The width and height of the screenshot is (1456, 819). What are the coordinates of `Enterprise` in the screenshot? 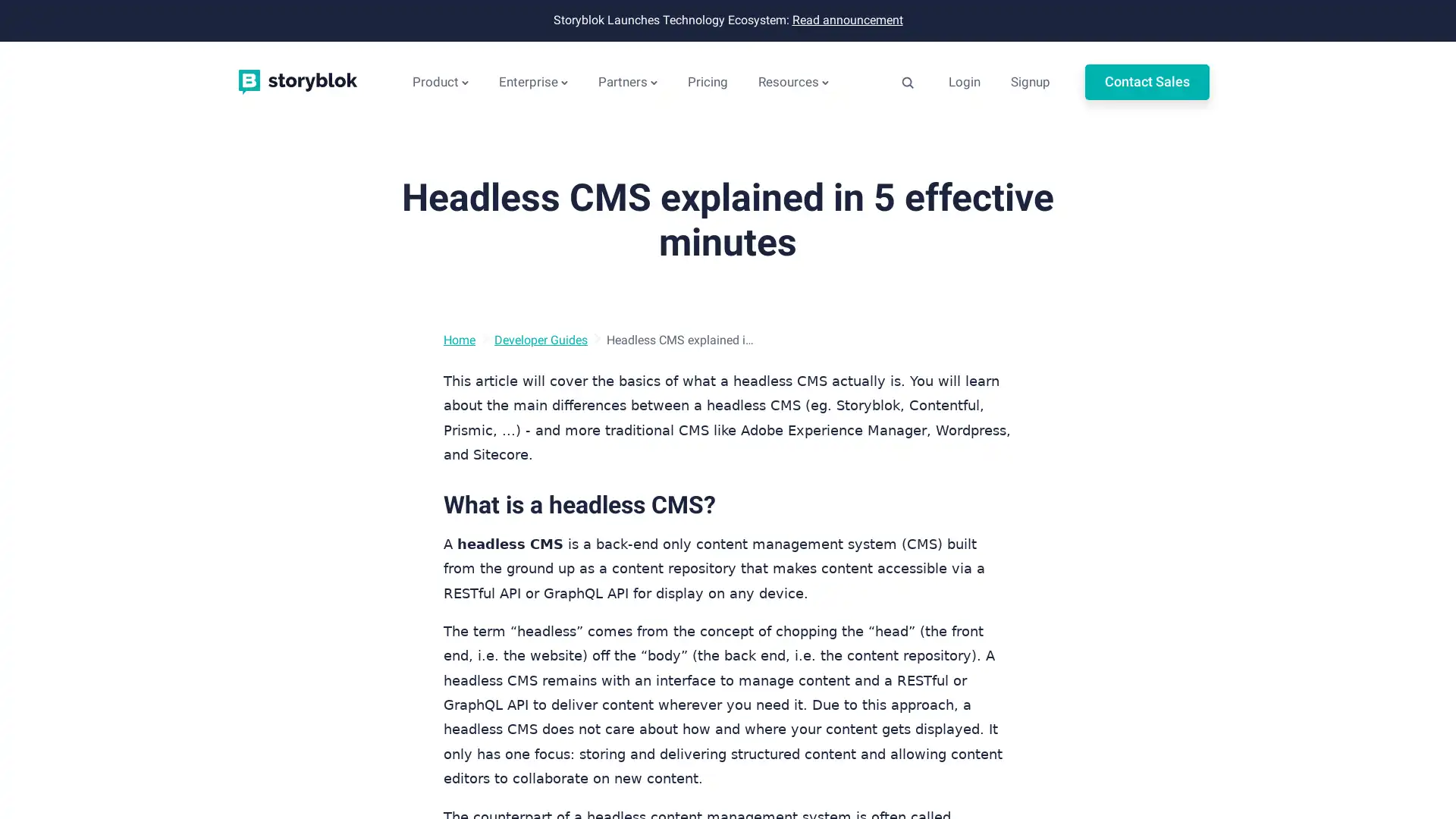 It's located at (533, 82).